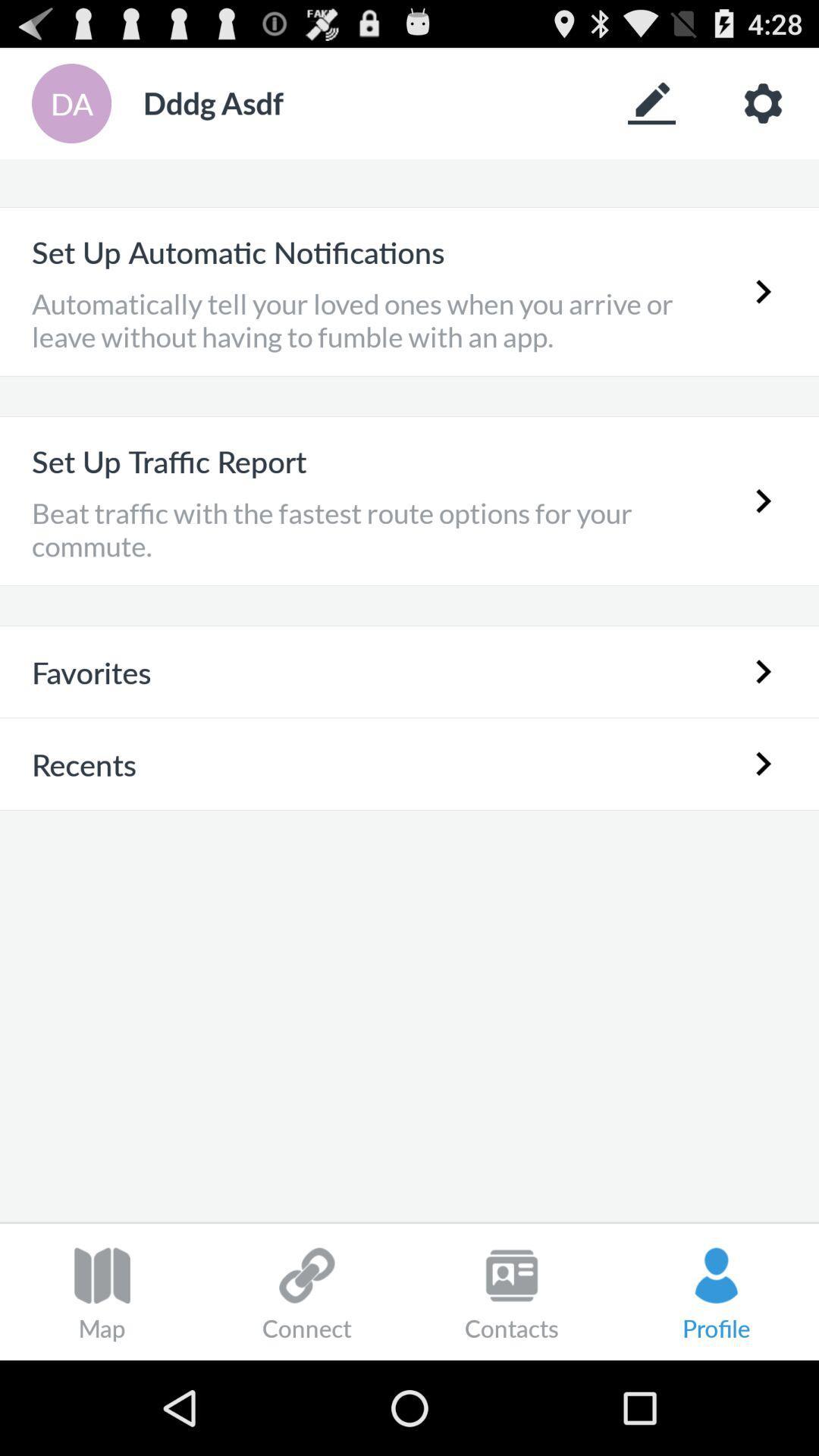 Image resolution: width=819 pixels, height=1456 pixels. Describe the element at coordinates (763, 110) in the screenshot. I see `the settings icon` at that location.